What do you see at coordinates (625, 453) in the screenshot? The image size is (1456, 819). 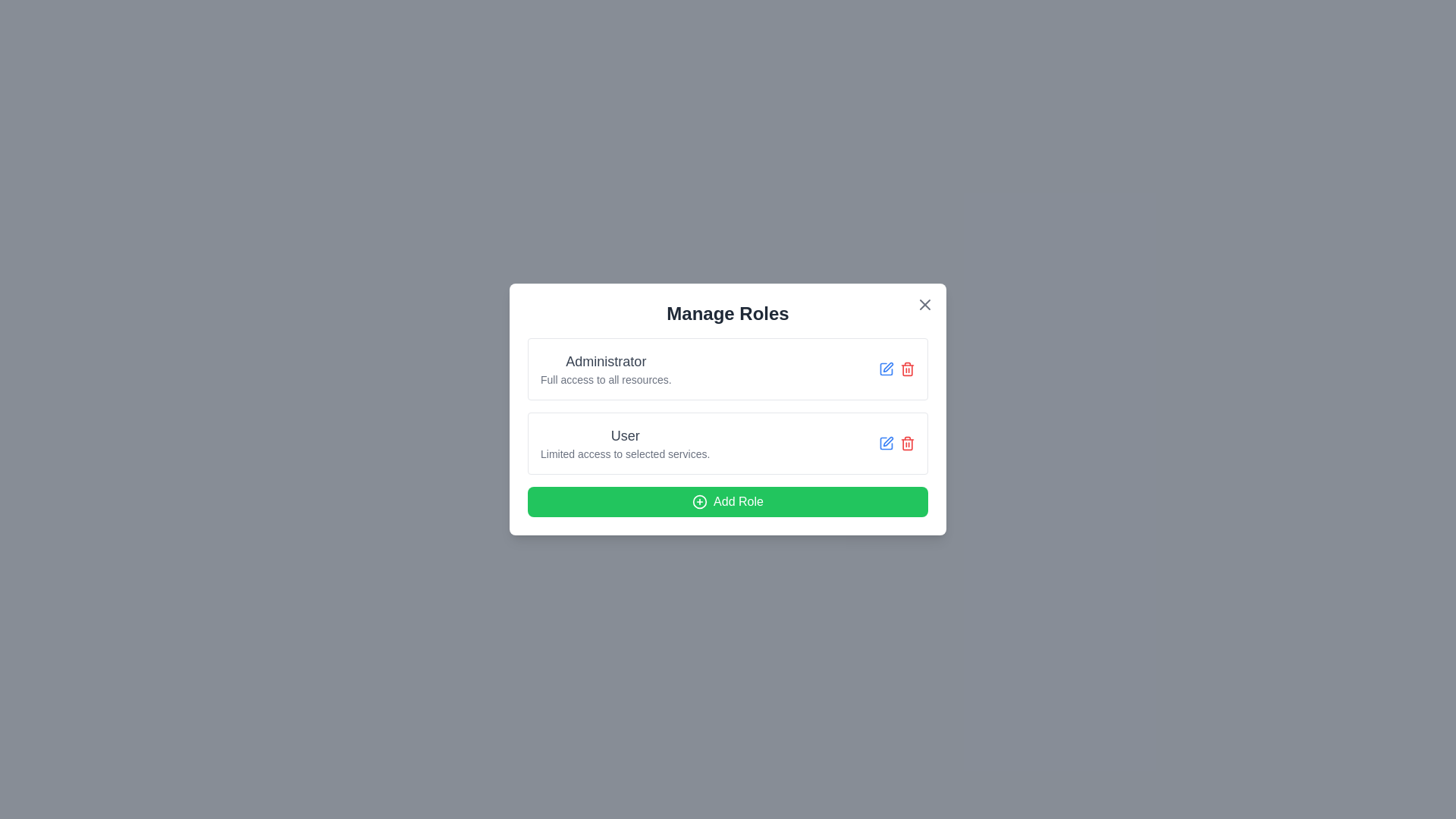 I see `the text label indicating the access privileges of the 'User' role, located directly below the 'User' text in the 'Manage Roles' modal dialog` at bounding box center [625, 453].